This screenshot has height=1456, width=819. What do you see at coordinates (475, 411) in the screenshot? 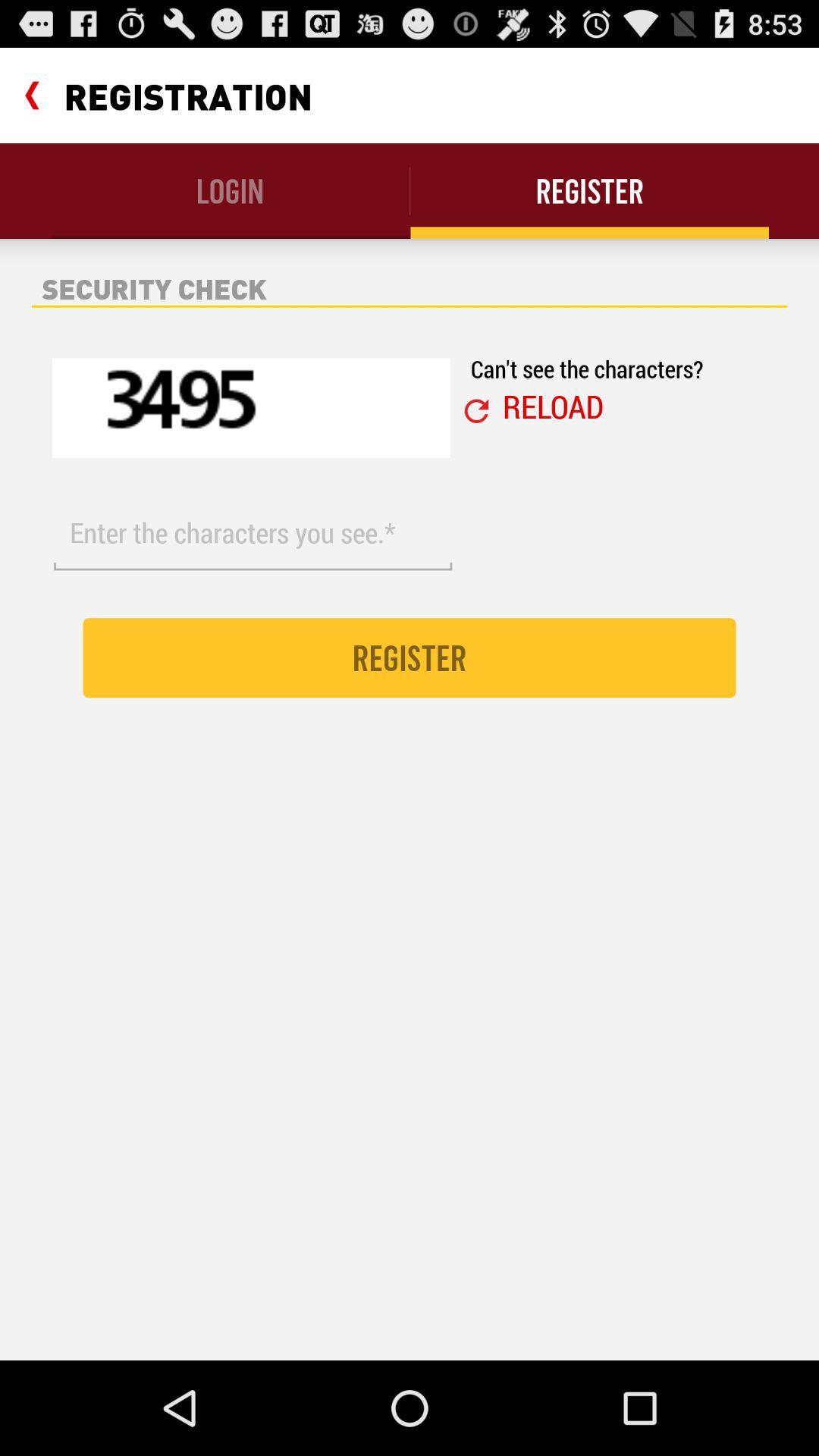
I see `the item next to reload` at bounding box center [475, 411].